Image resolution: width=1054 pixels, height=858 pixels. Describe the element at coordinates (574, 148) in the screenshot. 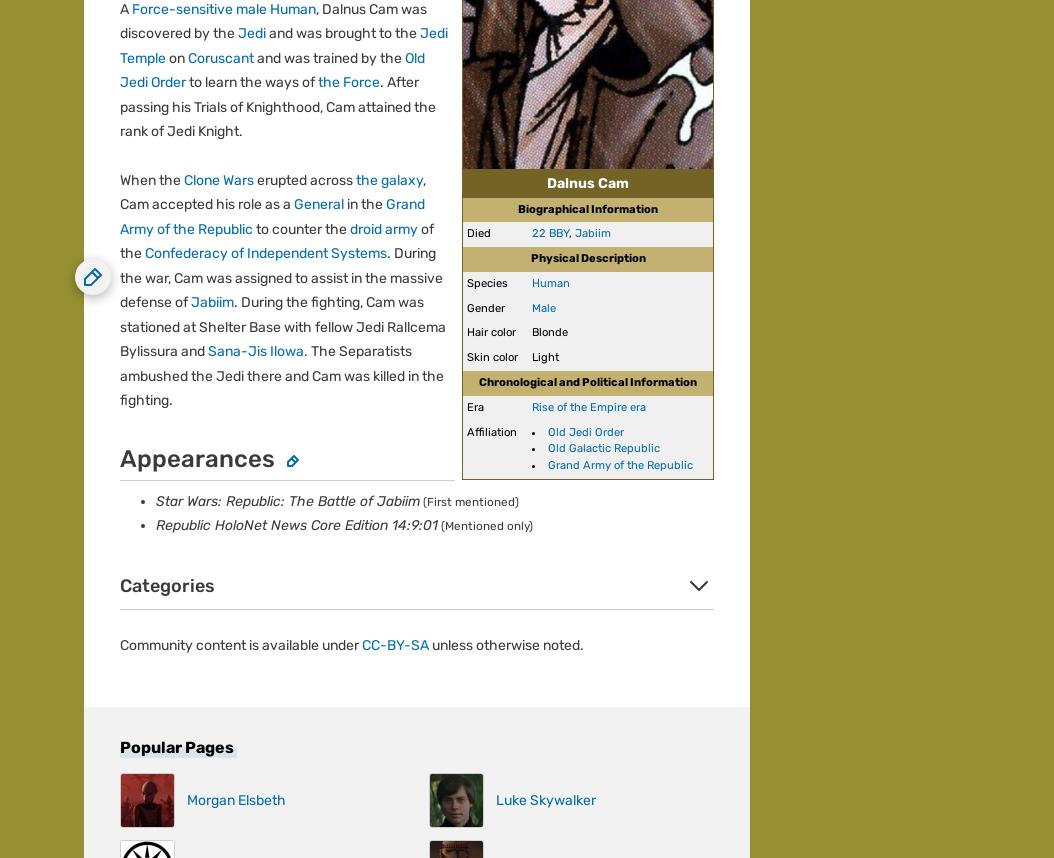

I see `'Do Not Sell or Share My Personal Information'` at that location.